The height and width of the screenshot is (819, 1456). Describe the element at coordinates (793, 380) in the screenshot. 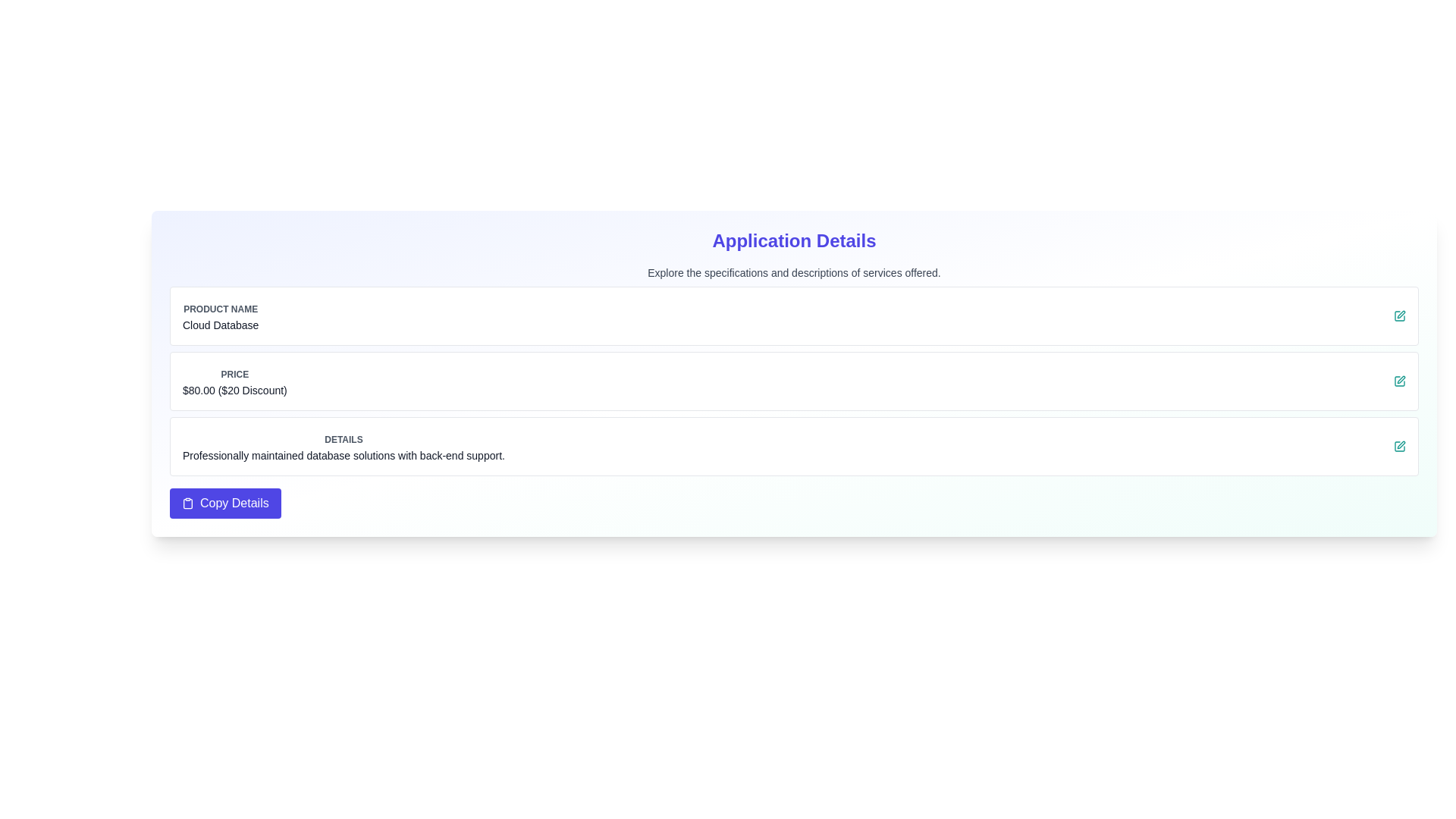

I see `the informative block that displays pricing information for a product or service, positioned between the 'Product Name' and 'Details' sections` at that location.